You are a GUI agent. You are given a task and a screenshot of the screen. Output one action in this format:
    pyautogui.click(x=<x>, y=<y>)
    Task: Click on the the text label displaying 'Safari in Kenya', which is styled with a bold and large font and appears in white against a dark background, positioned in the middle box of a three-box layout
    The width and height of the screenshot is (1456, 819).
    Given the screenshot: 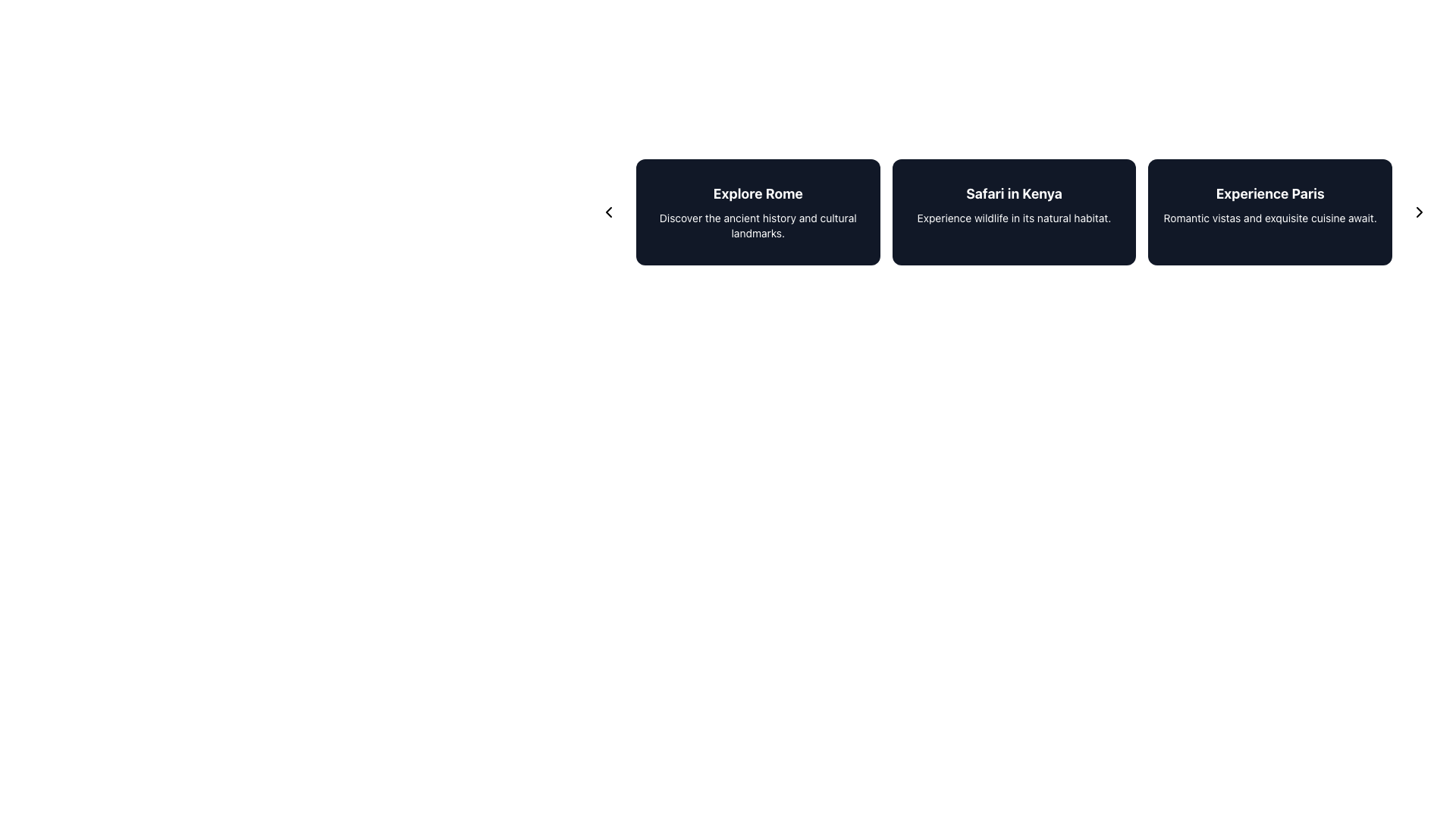 What is the action you would take?
    pyautogui.click(x=1014, y=193)
    